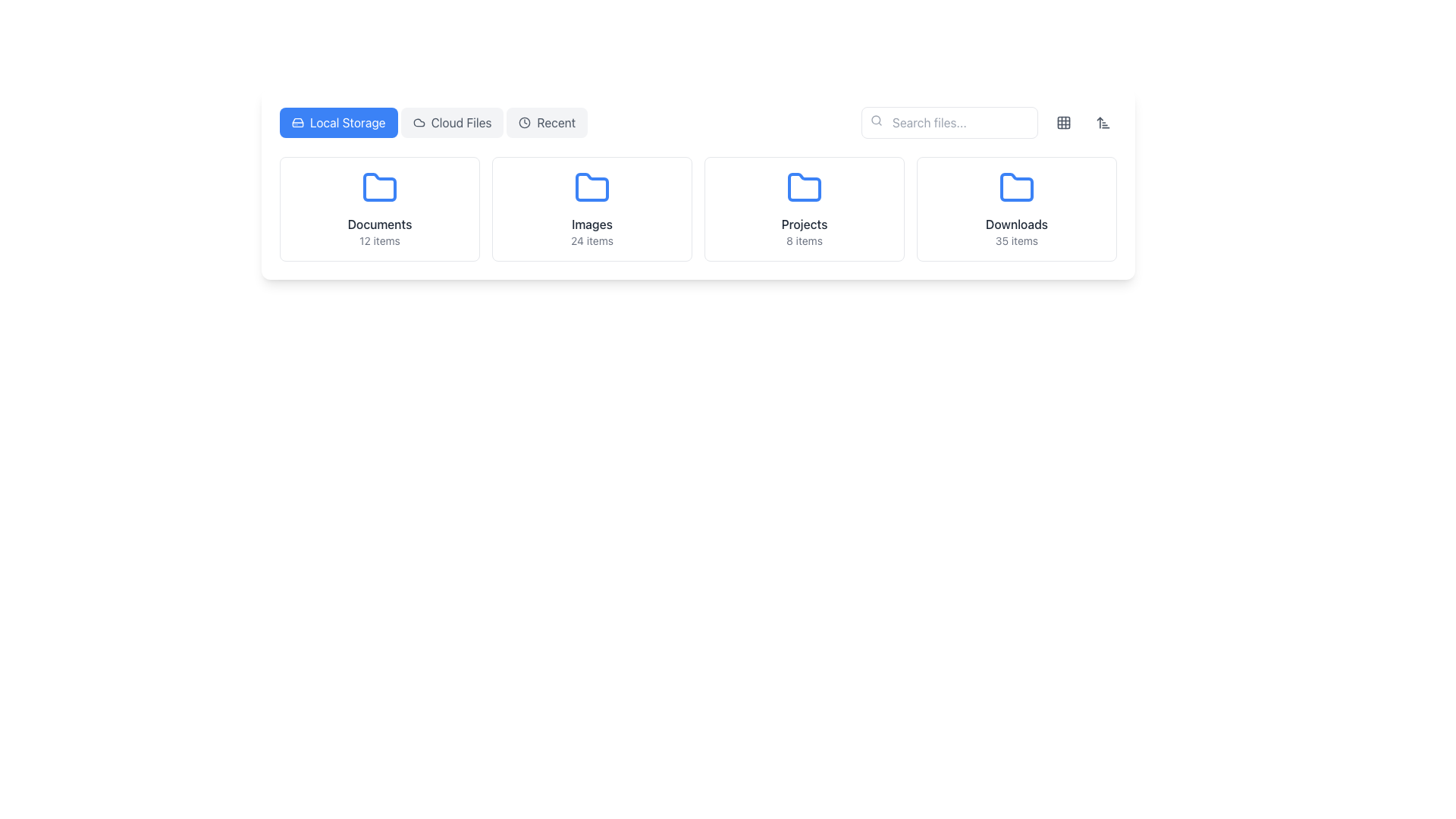 This screenshot has width=1456, height=819. Describe the element at coordinates (1103, 122) in the screenshot. I see `the sorting button located in the top-right corner of the interface, adjacent to the layout toggle button` at that location.